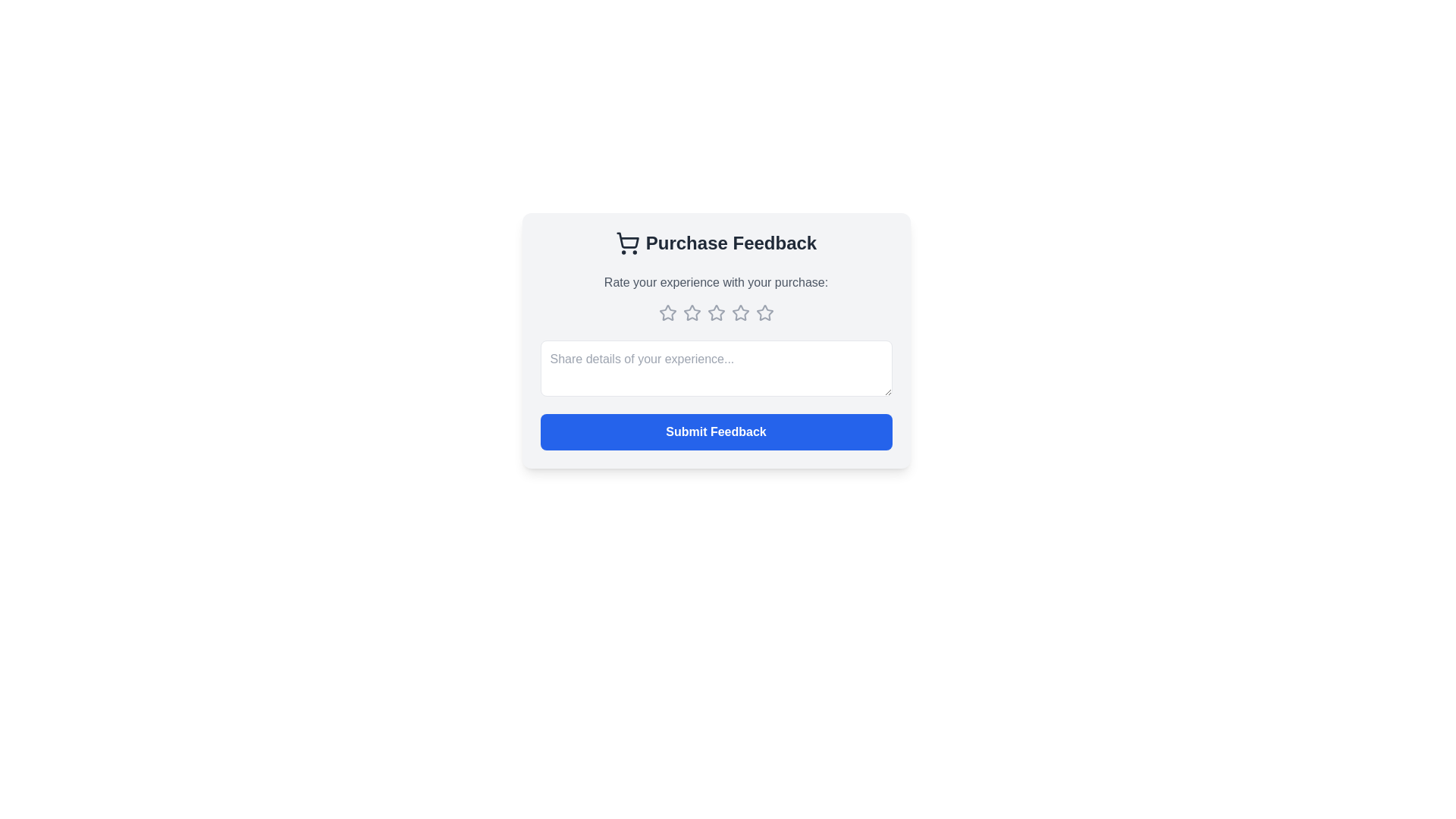 Image resolution: width=1456 pixels, height=819 pixels. I want to click on the first star icon with a gray outline, representing a rating option, located below the title 'Rate your experience with your purchase.', so click(667, 312).